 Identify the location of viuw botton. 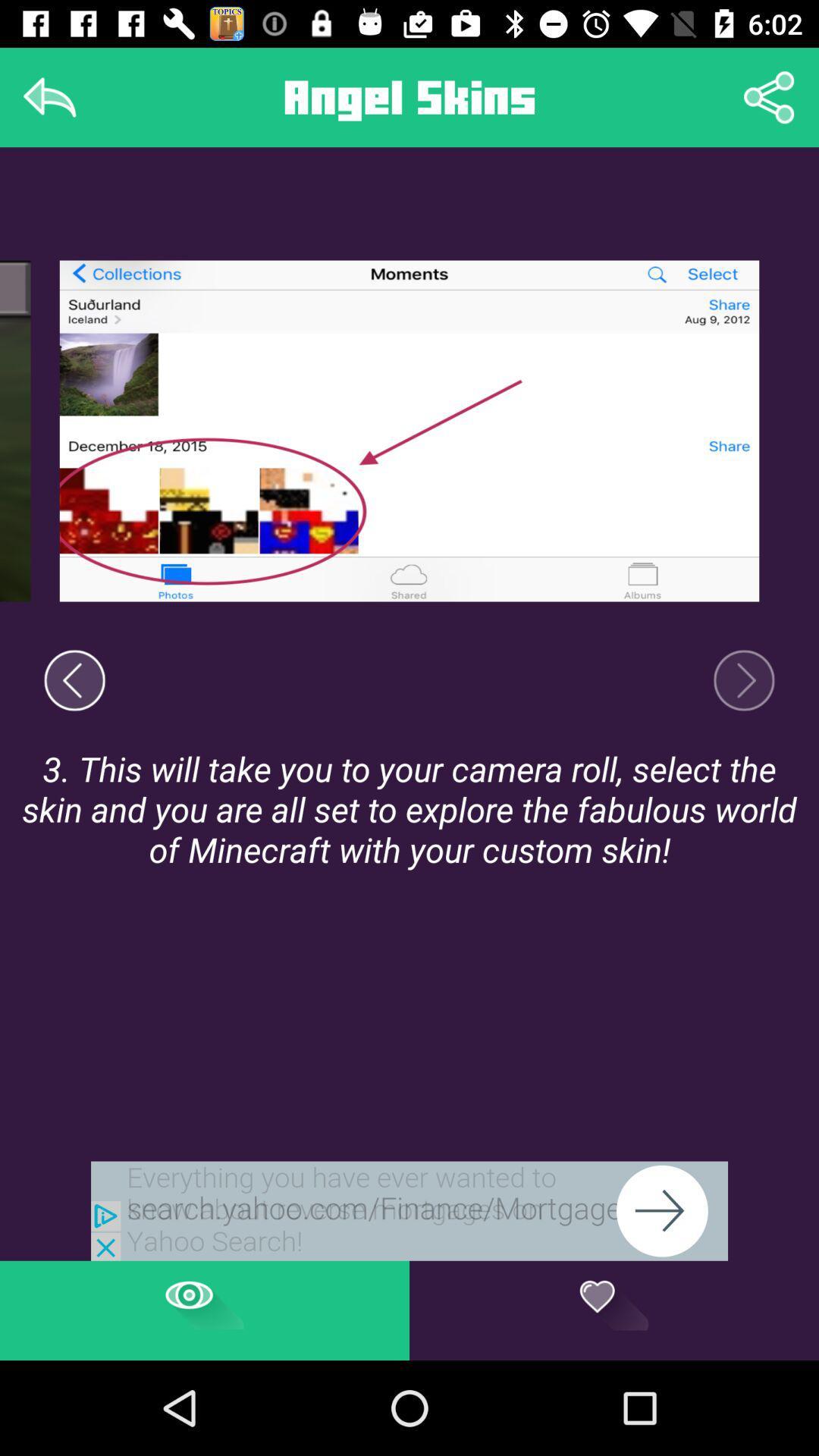
(205, 1310).